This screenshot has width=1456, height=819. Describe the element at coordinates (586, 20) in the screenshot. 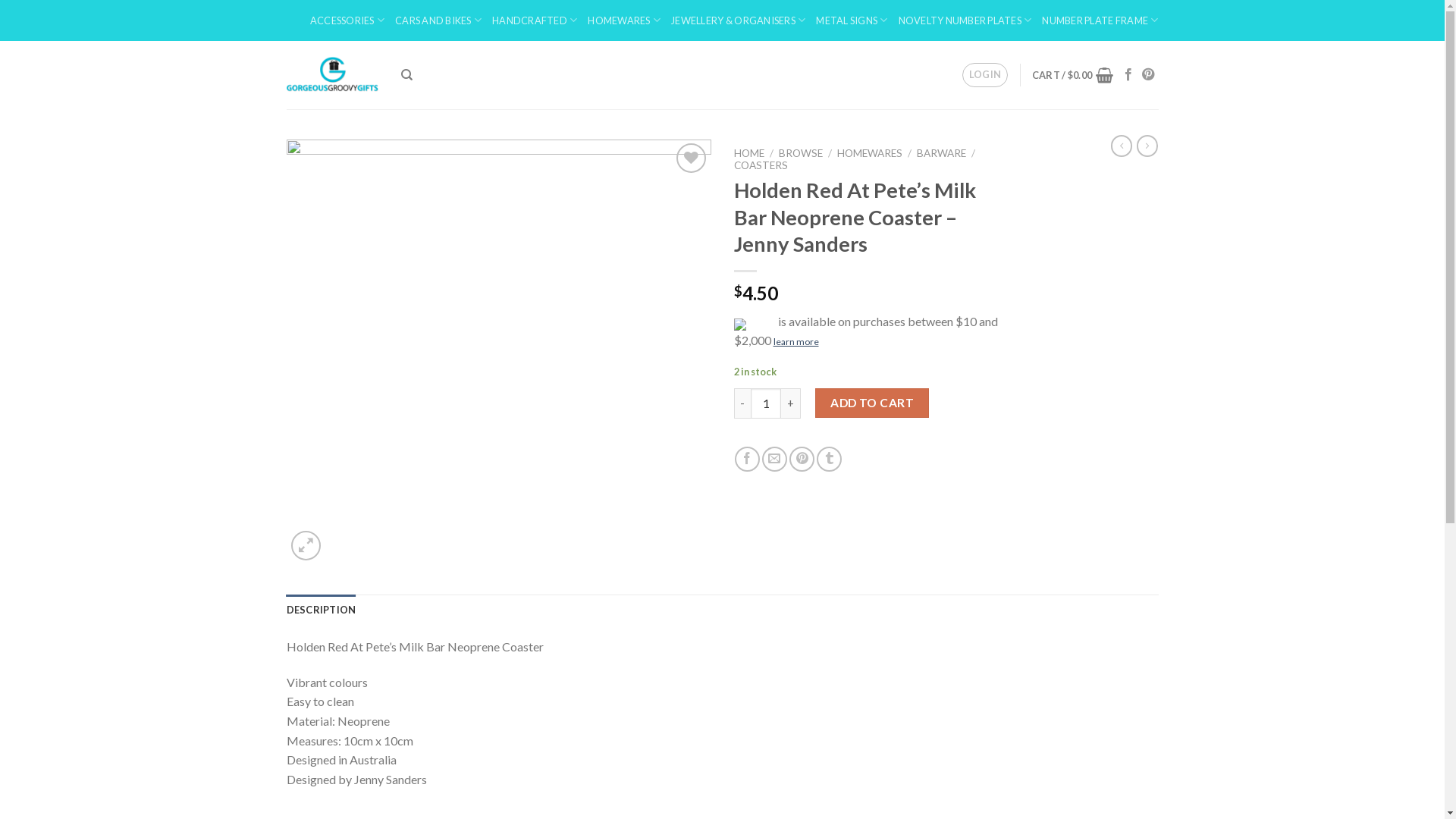

I see `'HOMEWARES'` at that location.